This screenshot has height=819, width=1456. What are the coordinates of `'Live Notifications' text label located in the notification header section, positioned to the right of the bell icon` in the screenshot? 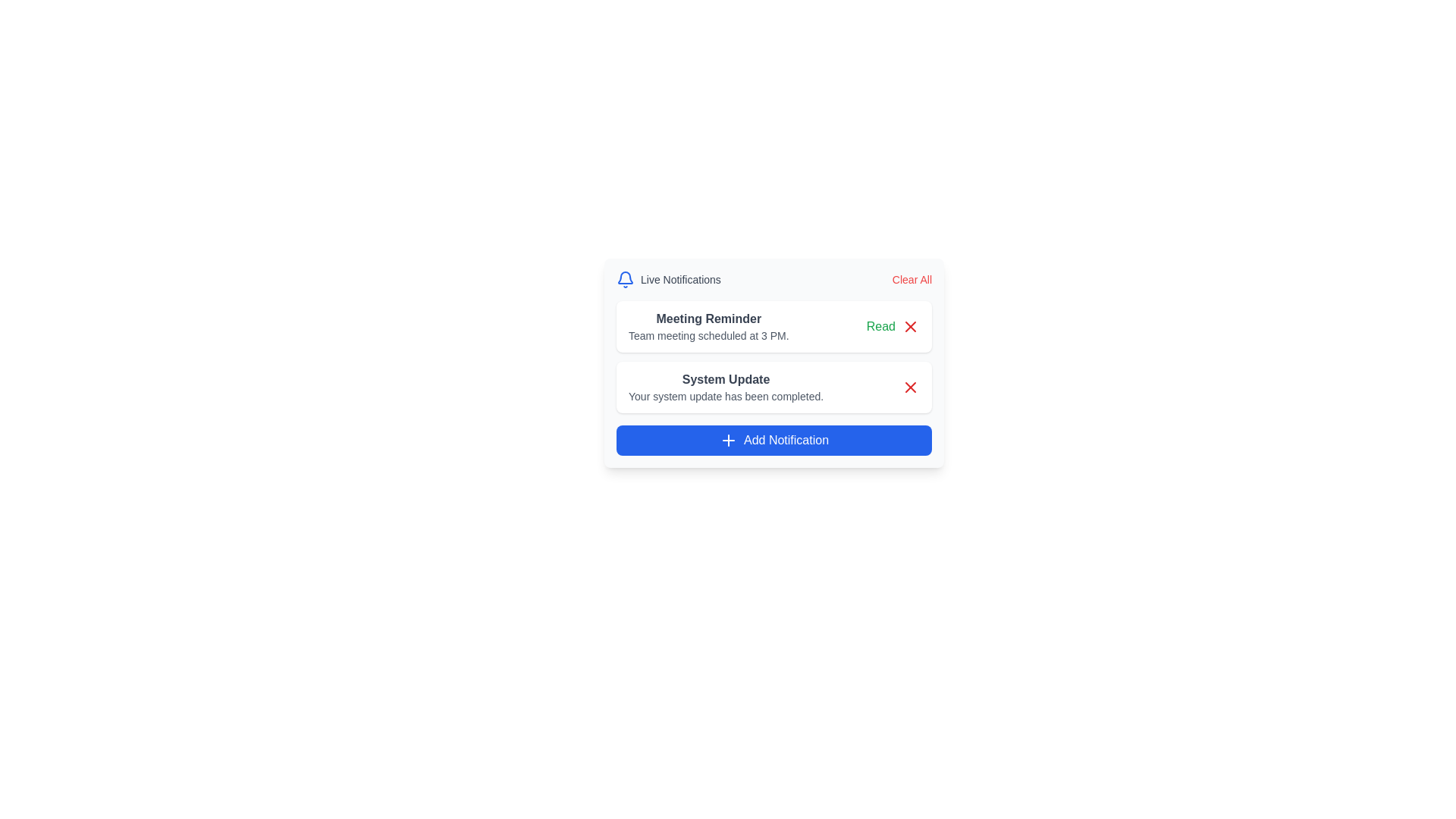 It's located at (679, 280).